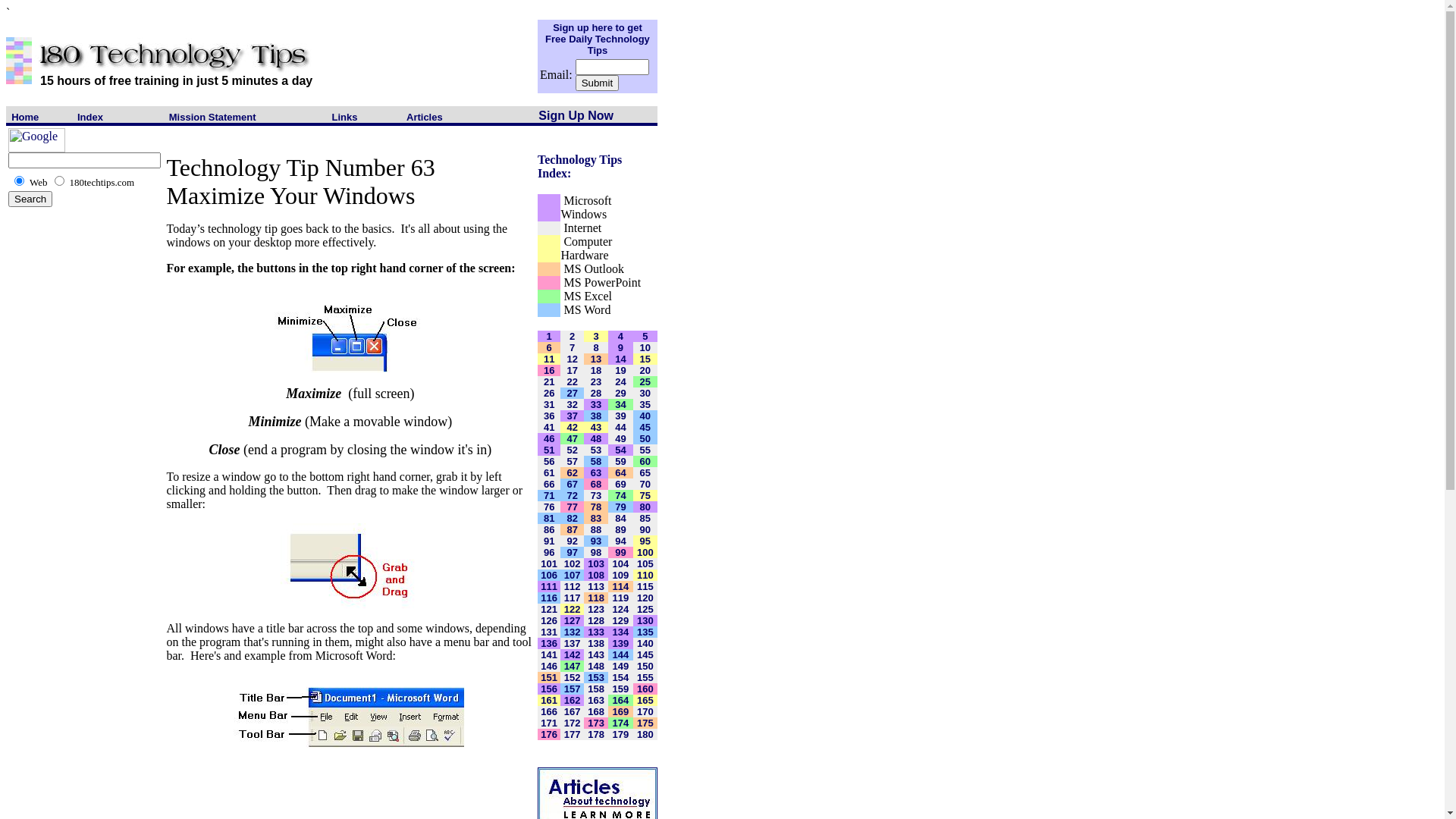 The image size is (1456, 819). Describe the element at coordinates (548, 507) in the screenshot. I see `'76'` at that location.